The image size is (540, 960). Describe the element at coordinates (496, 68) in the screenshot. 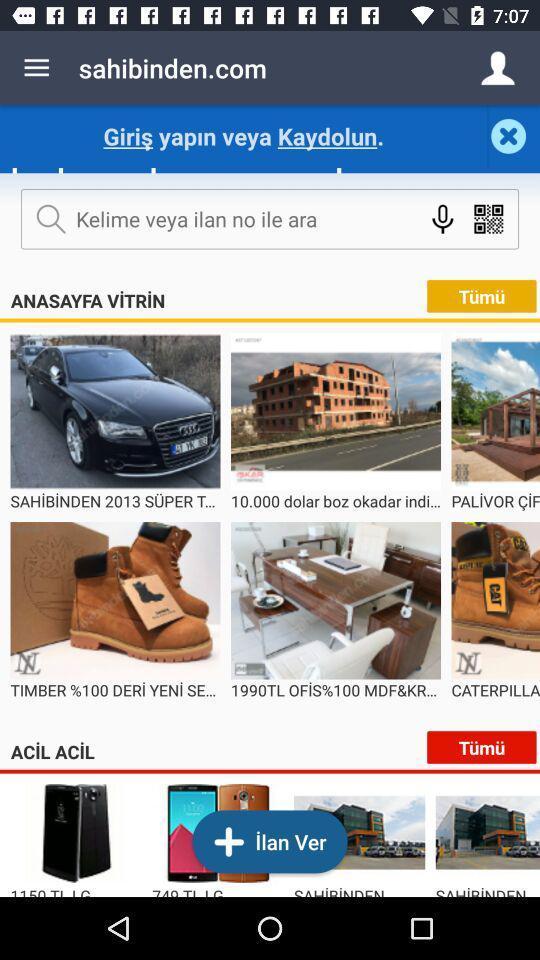

I see `image above close button` at that location.